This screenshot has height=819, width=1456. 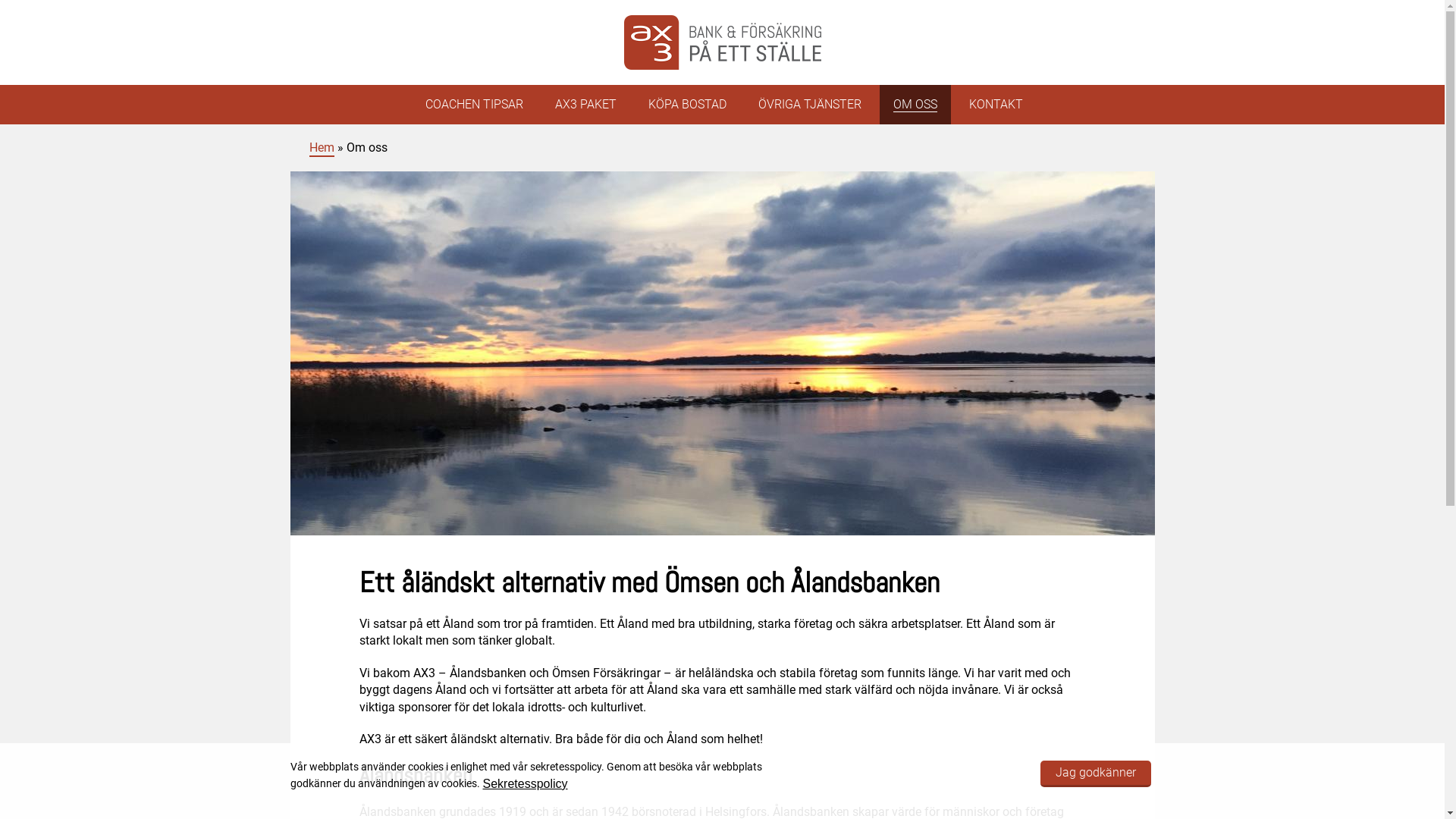 I want to click on 'AX3', so click(x=312, y=137).